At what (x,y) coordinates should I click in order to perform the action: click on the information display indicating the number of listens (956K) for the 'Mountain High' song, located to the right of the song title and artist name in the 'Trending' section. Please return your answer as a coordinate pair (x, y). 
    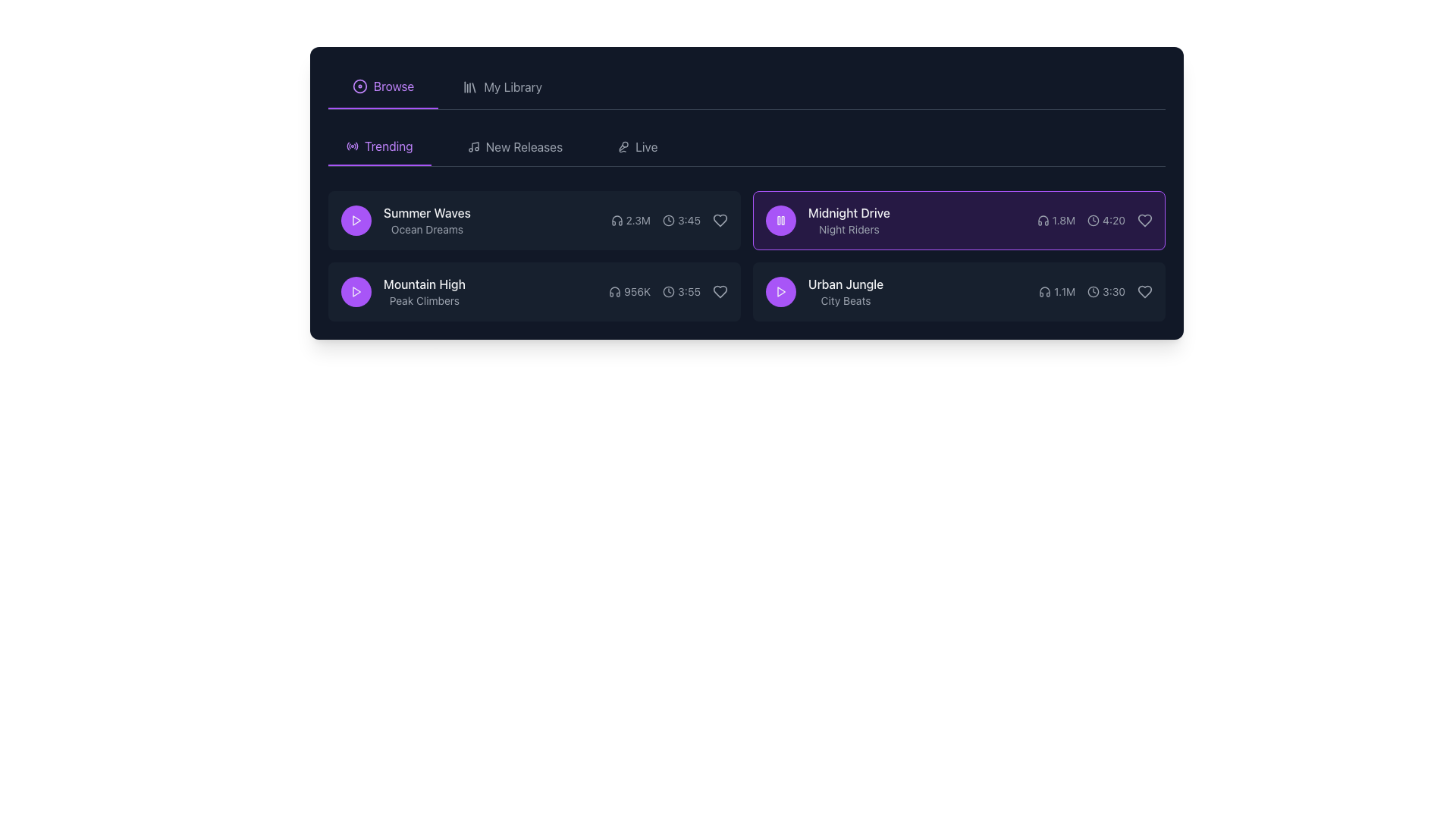
    Looking at the image, I should click on (629, 292).